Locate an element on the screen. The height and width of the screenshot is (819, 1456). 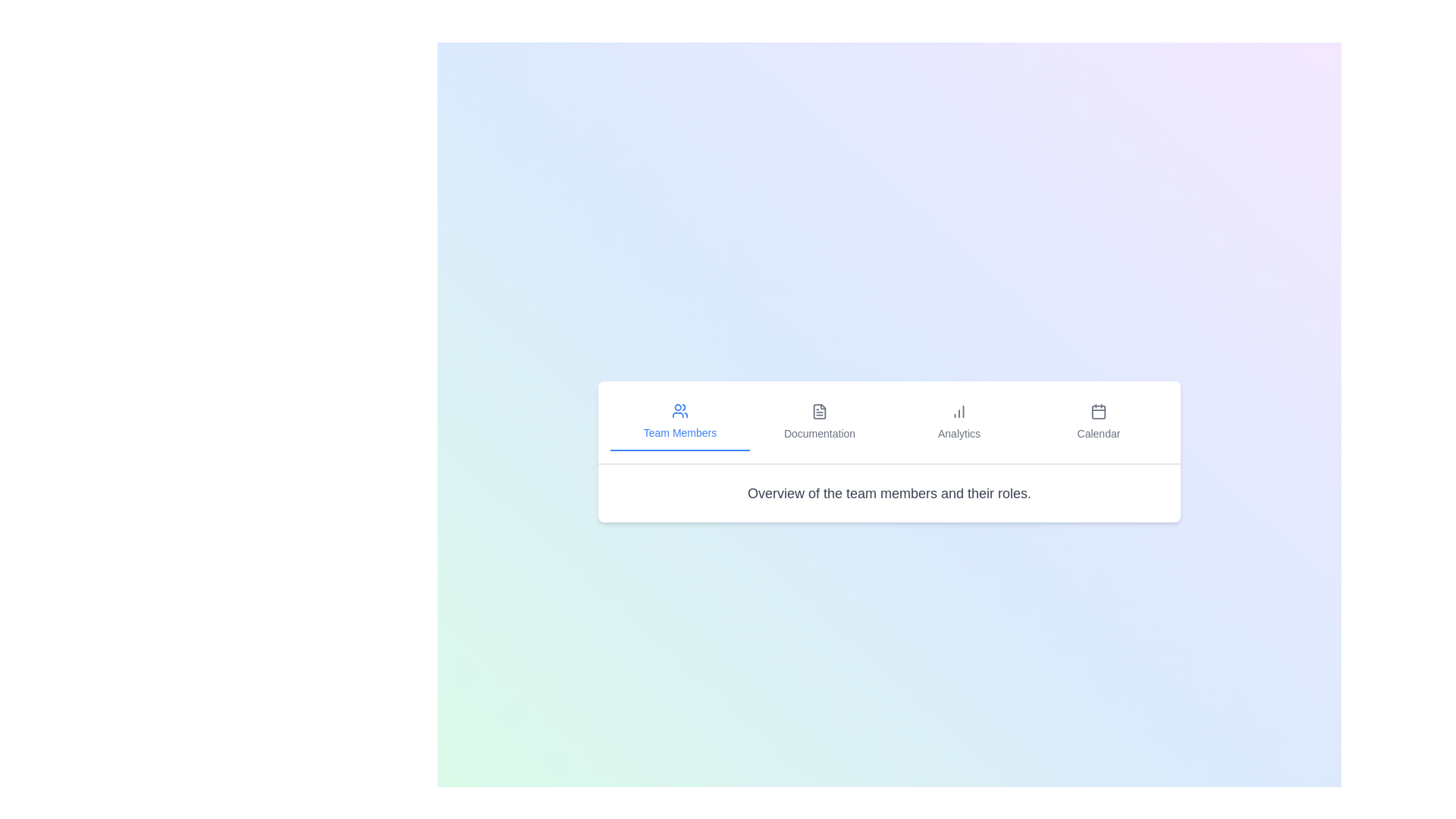
the Analytics tab to view its content is located at coordinates (959, 422).